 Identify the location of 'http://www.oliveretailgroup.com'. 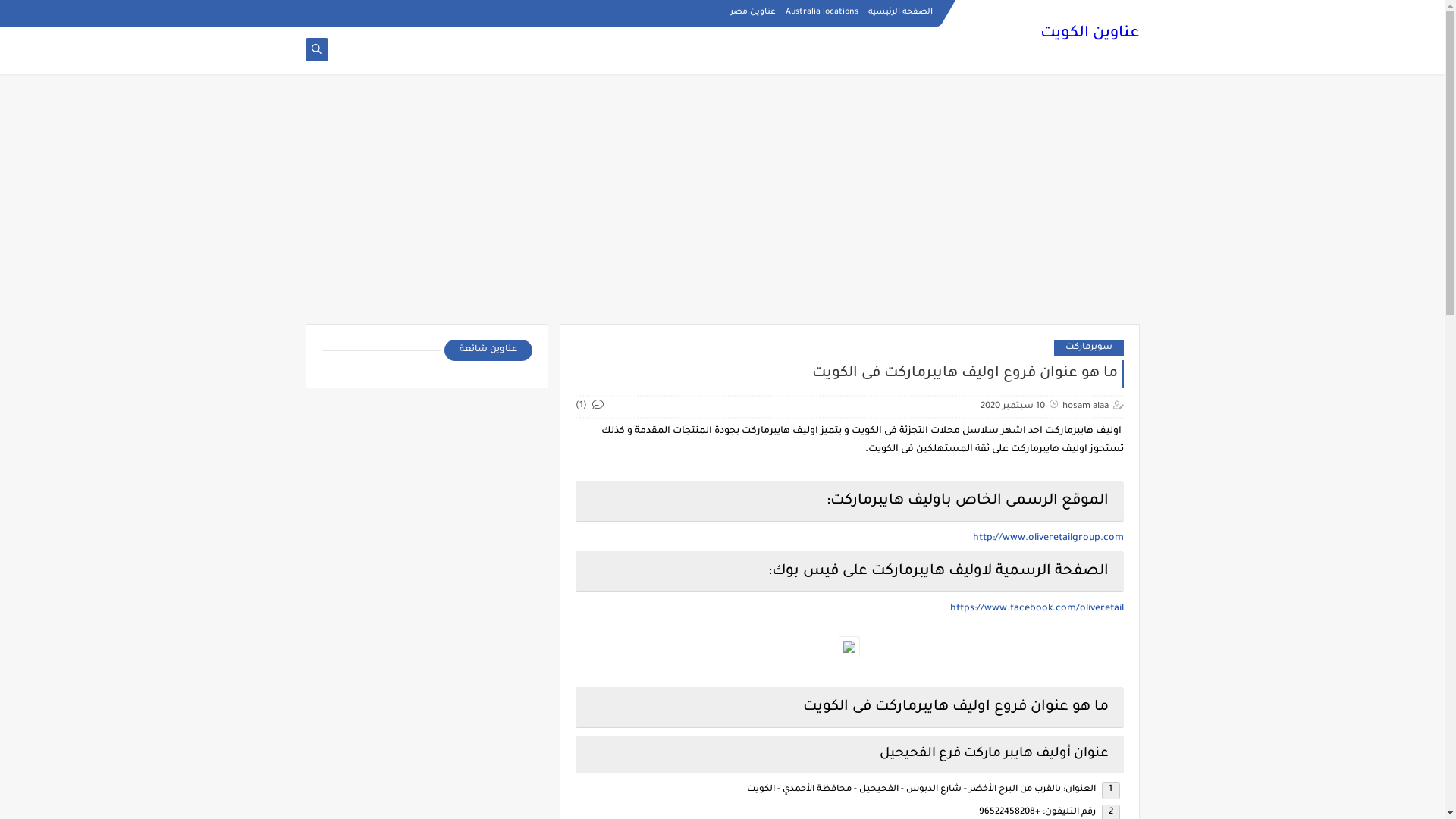
(1046, 537).